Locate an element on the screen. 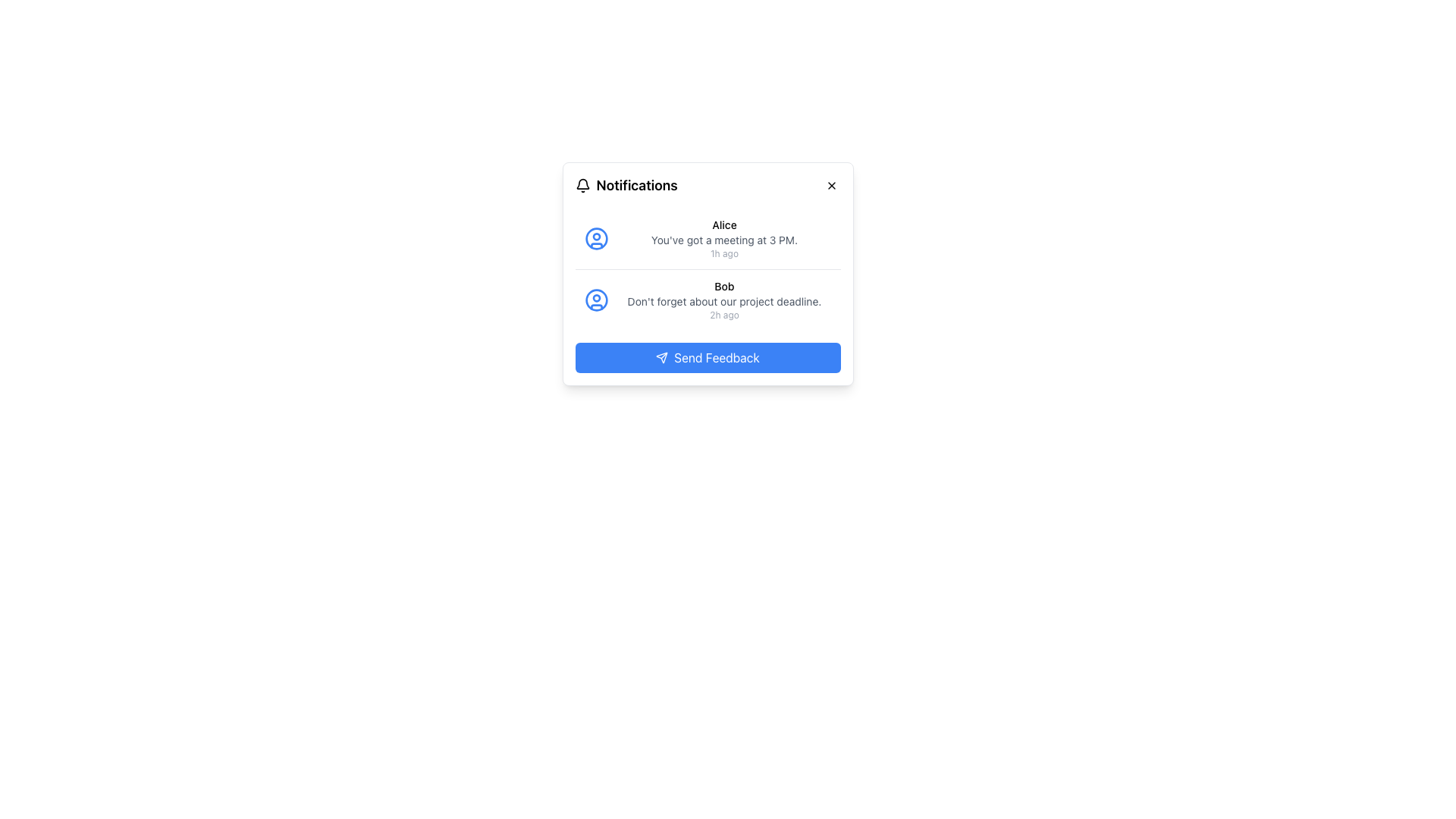  the static text element that informs the user about the project deadline, located below the name 'Bob' and above the timestamp '2h ago' is located at coordinates (723, 301).